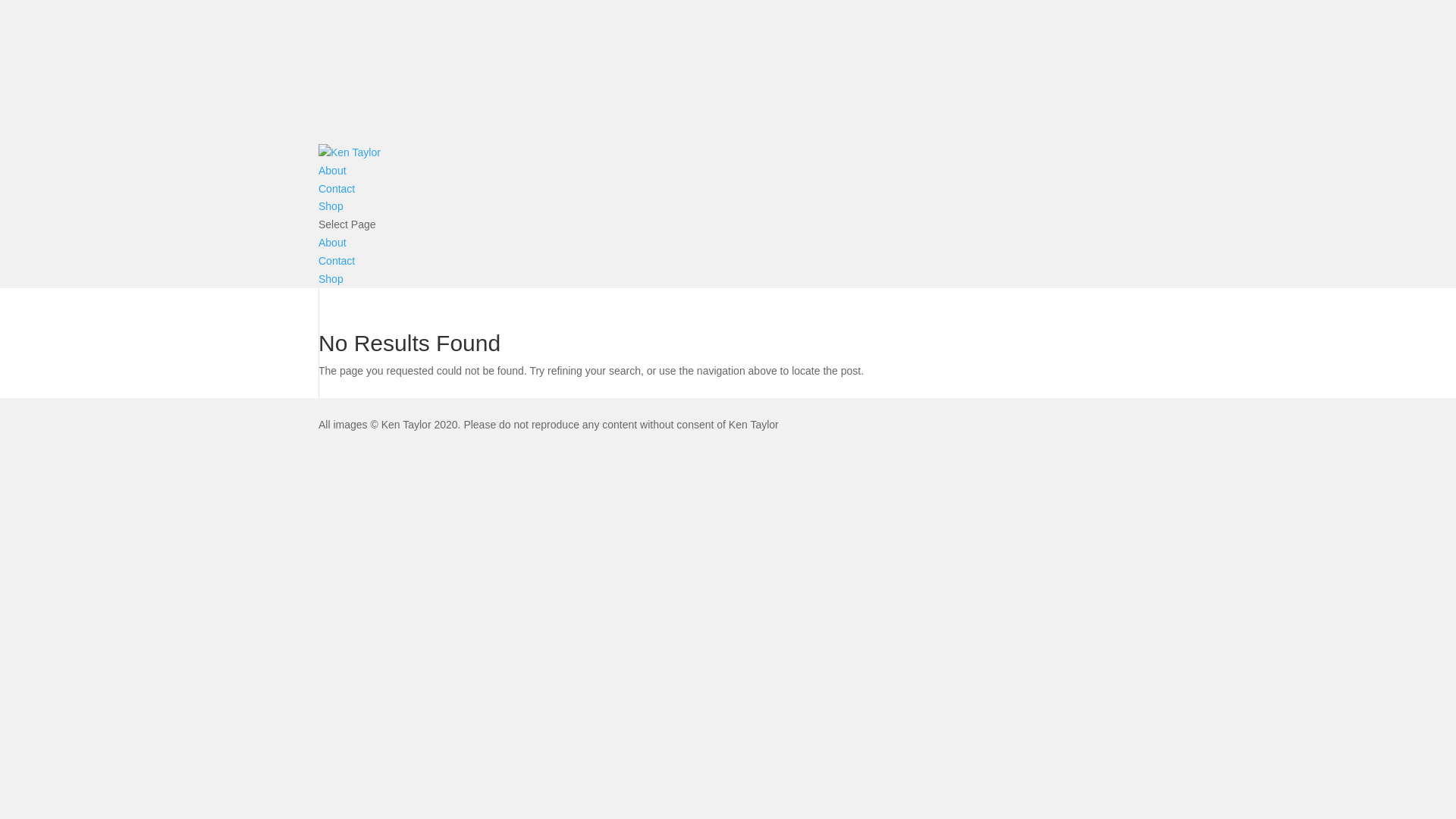 The width and height of the screenshot is (1456, 819). What do you see at coordinates (330, 206) in the screenshot?
I see `'Shop'` at bounding box center [330, 206].